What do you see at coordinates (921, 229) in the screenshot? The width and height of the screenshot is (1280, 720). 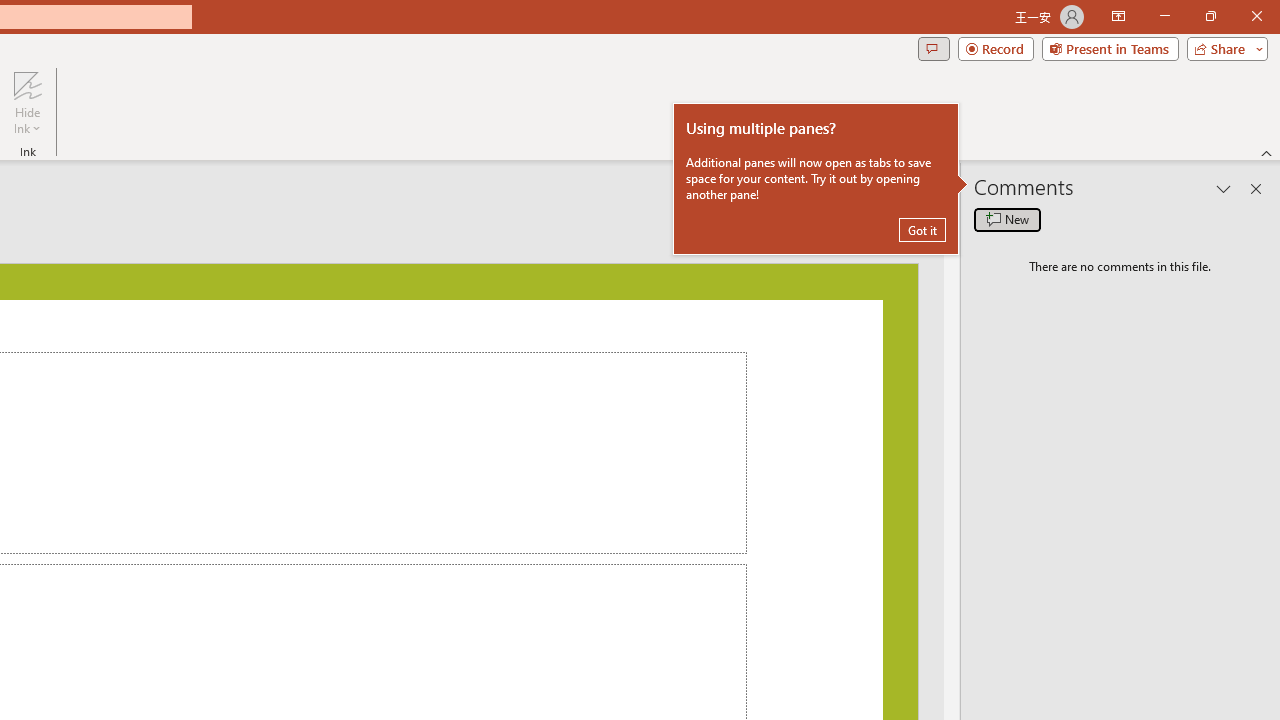 I see `'Got it'` at bounding box center [921, 229].